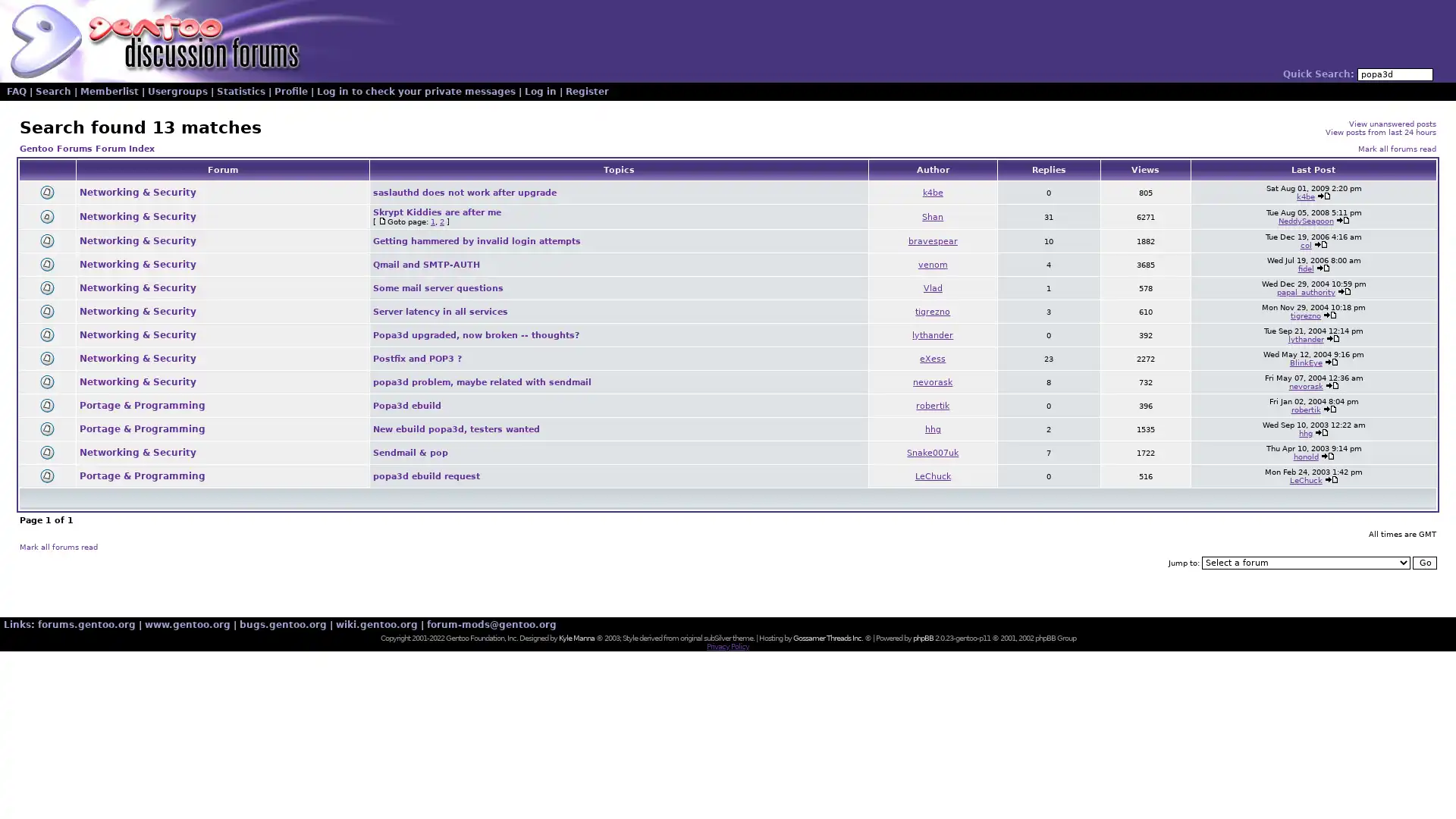 The image size is (1456, 819). I want to click on Go, so click(1423, 563).